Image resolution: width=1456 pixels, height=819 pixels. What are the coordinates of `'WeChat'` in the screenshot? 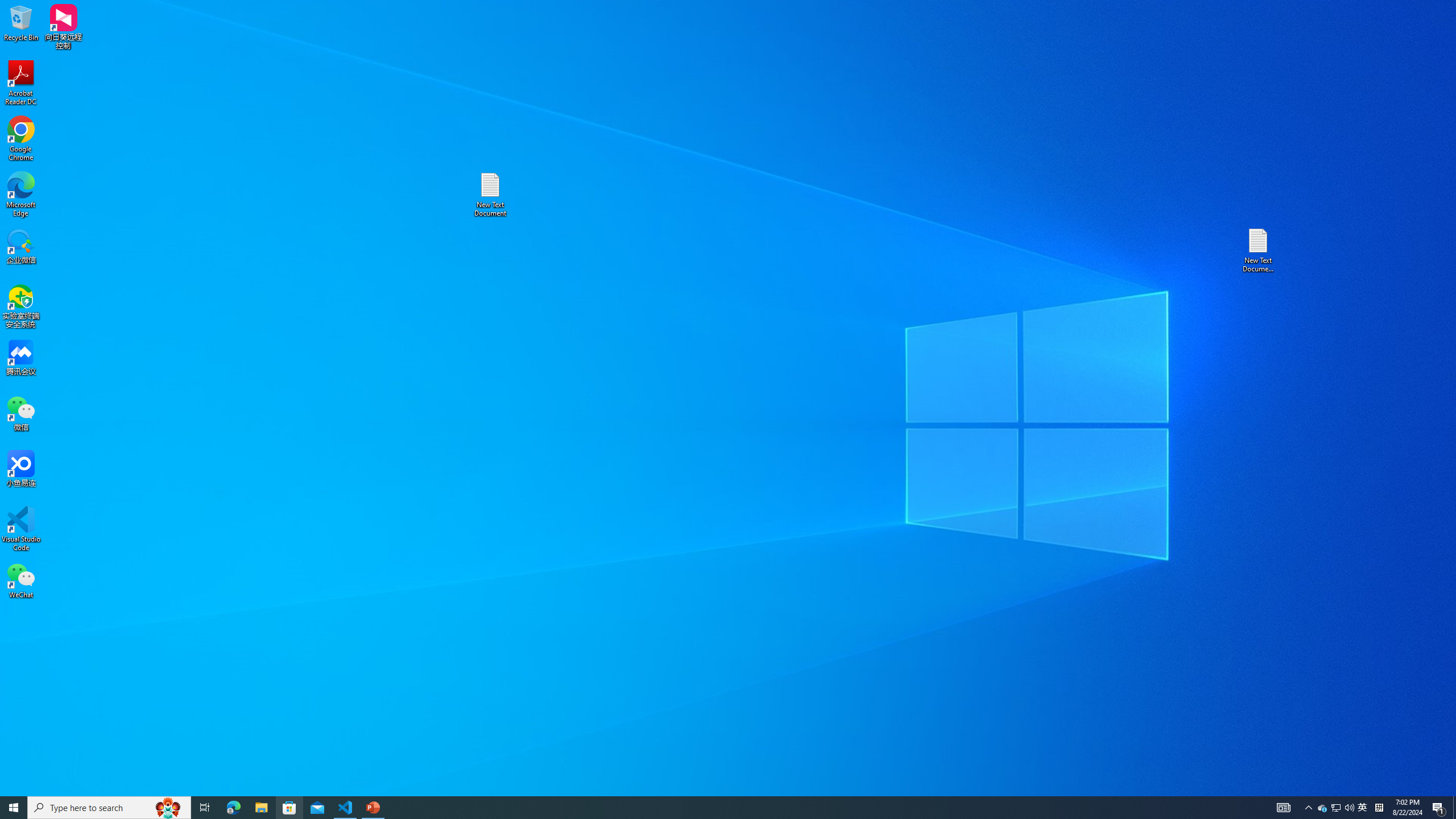 It's located at (20, 580).